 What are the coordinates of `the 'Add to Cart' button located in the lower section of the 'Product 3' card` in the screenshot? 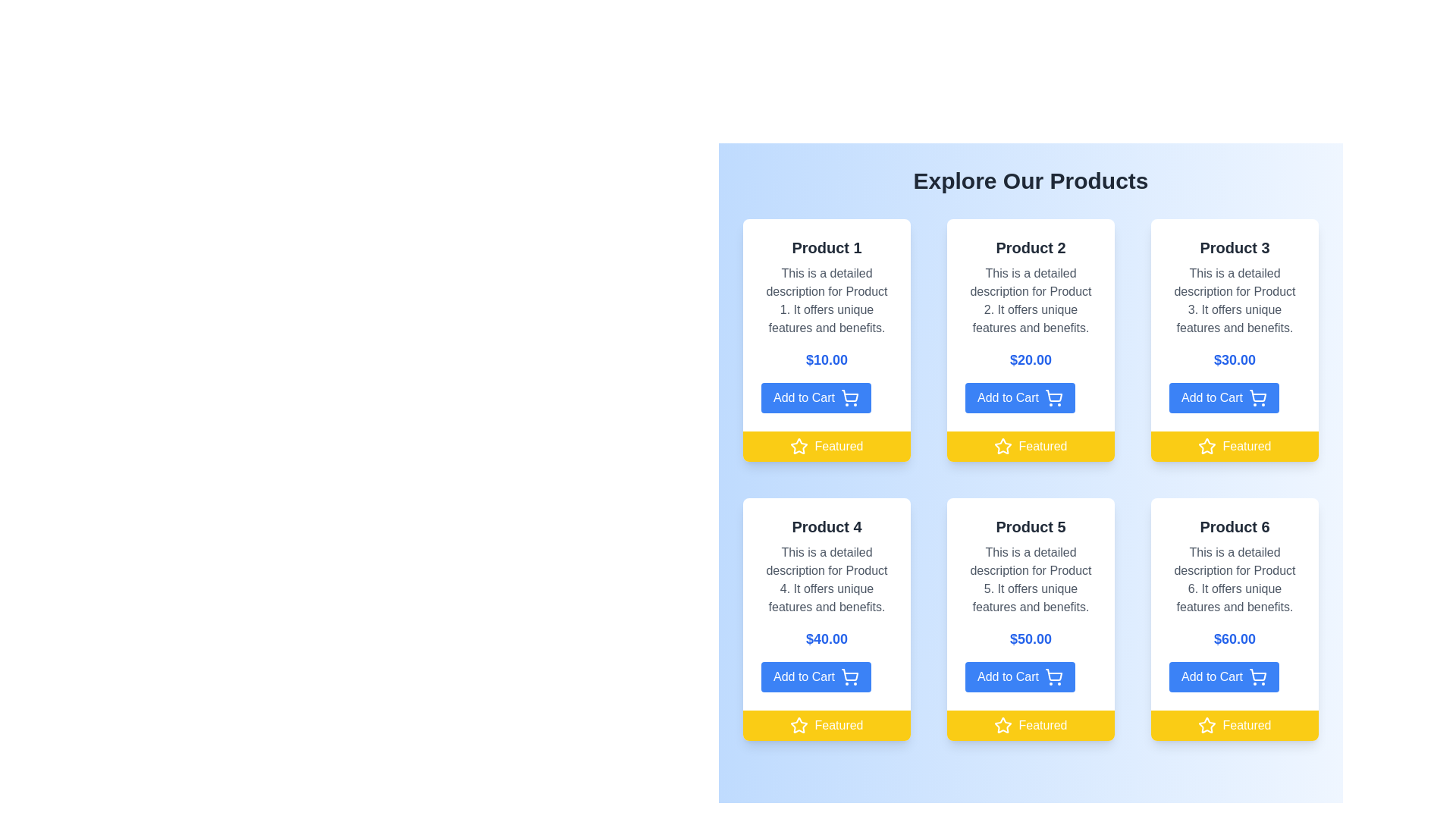 It's located at (1224, 397).